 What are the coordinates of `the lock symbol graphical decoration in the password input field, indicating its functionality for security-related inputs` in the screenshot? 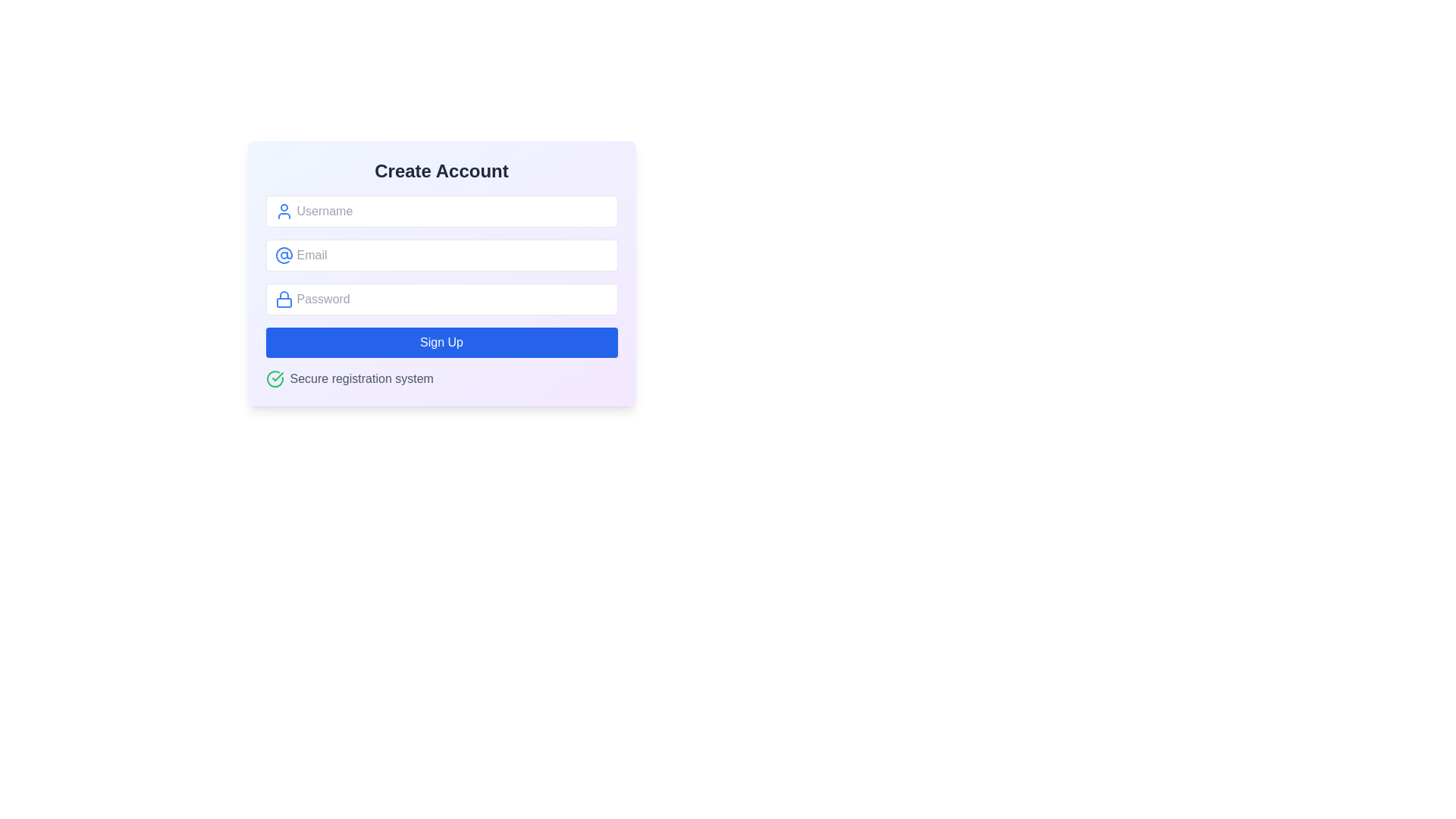 It's located at (284, 295).